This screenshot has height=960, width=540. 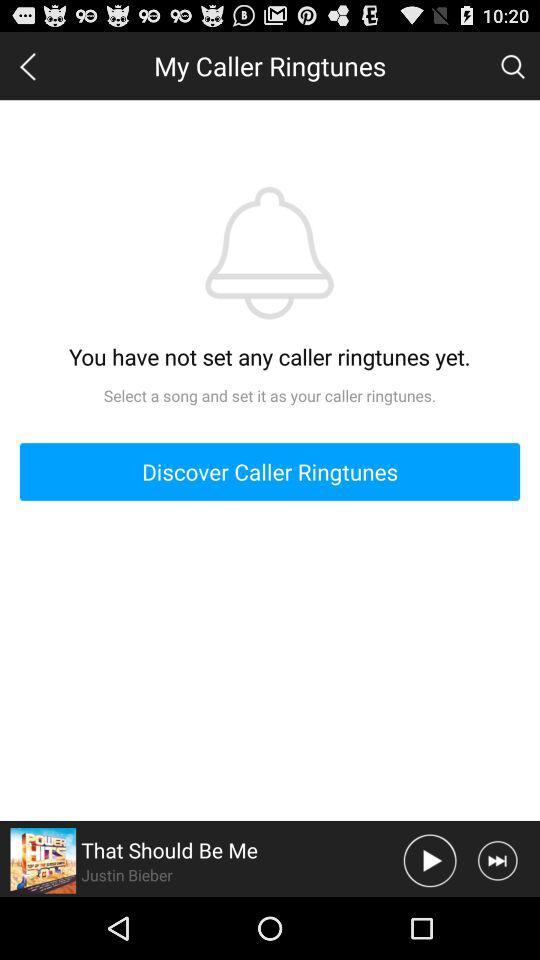 I want to click on skip to the next, so click(x=496, y=859).